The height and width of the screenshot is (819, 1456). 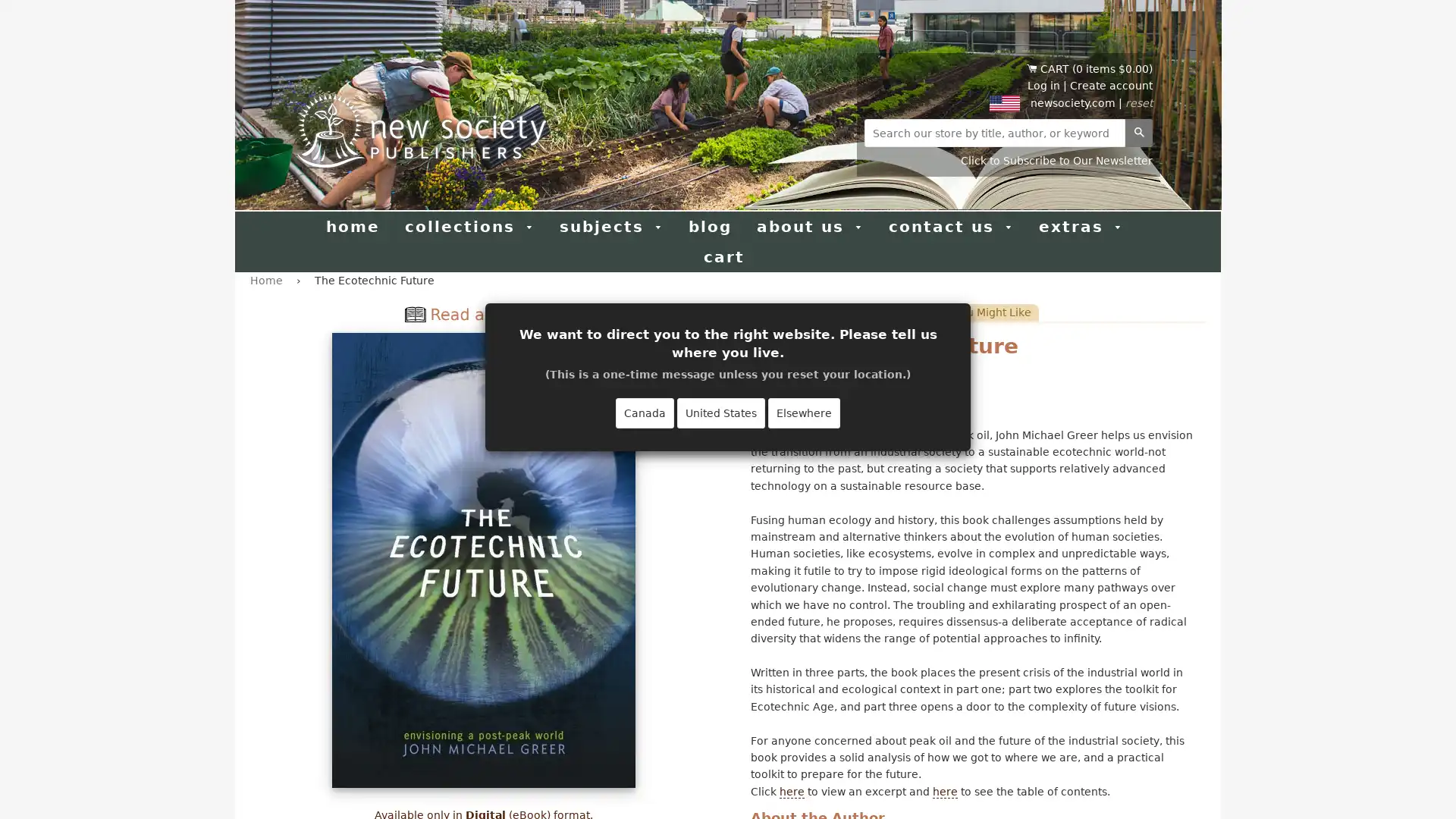 What do you see at coordinates (803, 413) in the screenshot?
I see `Elsewhere` at bounding box center [803, 413].